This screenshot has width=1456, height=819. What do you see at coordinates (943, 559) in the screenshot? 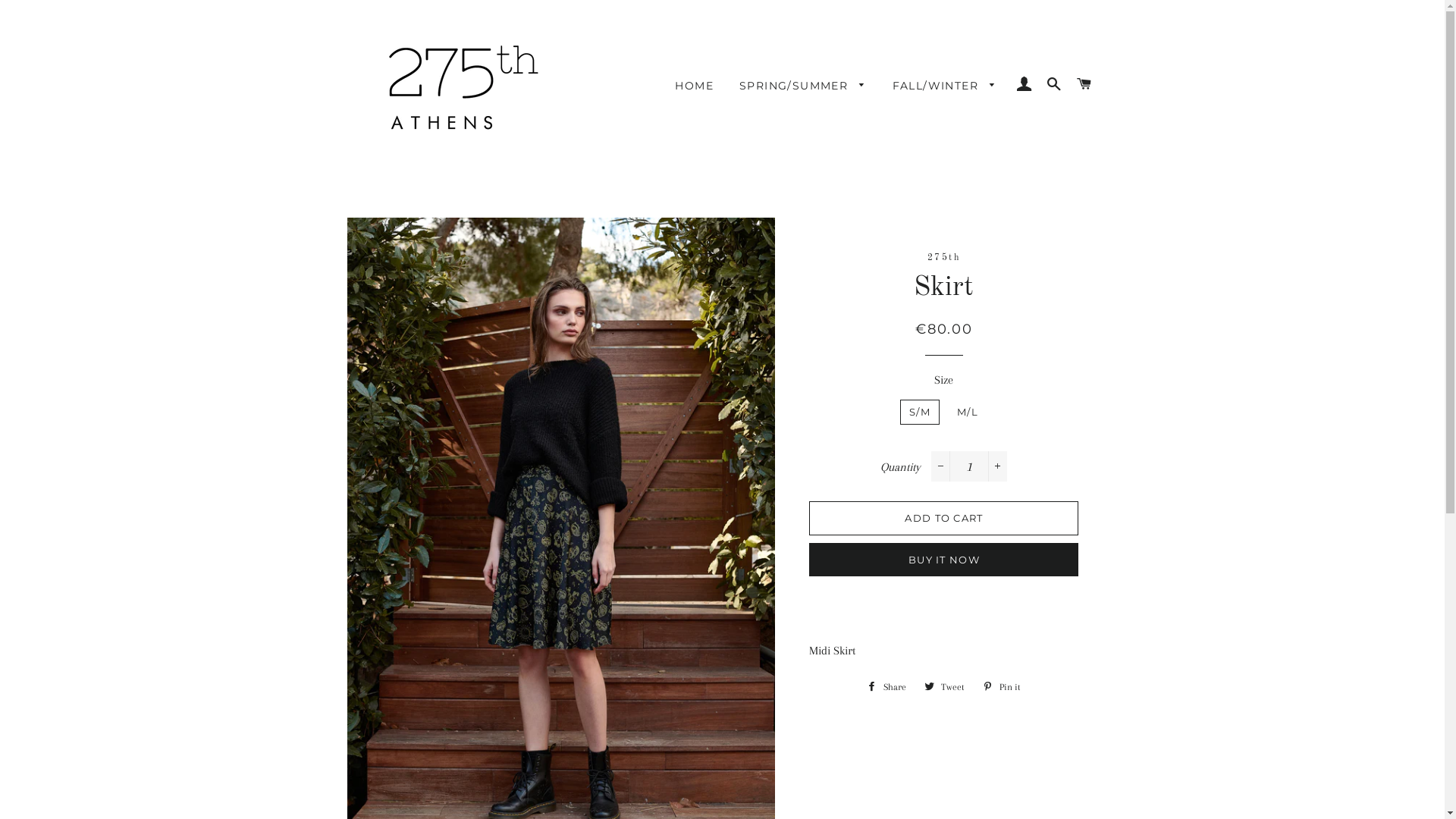
I see `'BUY IT NOW'` at bounding box center [943, 559].